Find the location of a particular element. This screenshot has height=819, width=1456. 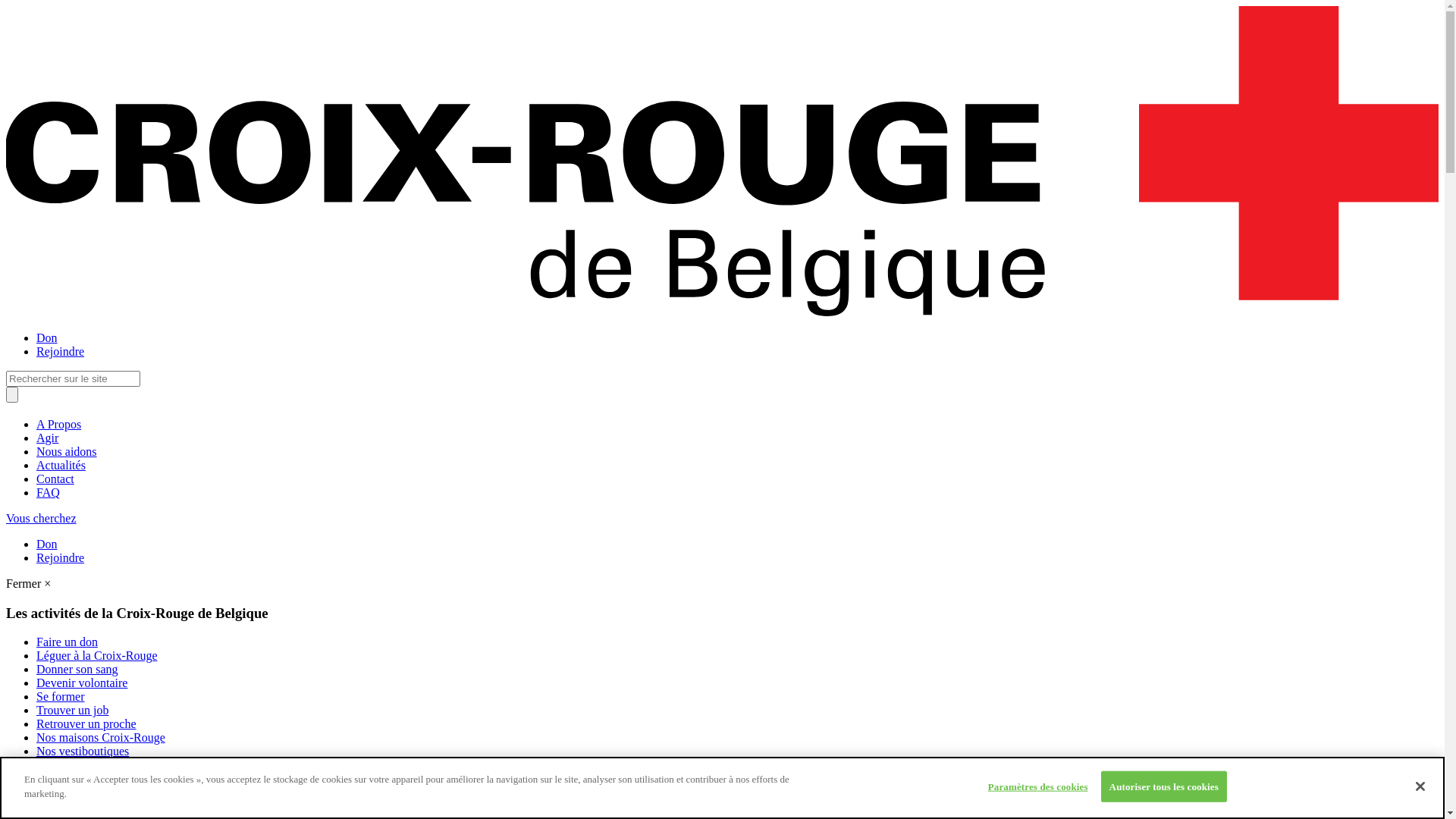

'Nous aidons' is located at coordinates (36, 450).